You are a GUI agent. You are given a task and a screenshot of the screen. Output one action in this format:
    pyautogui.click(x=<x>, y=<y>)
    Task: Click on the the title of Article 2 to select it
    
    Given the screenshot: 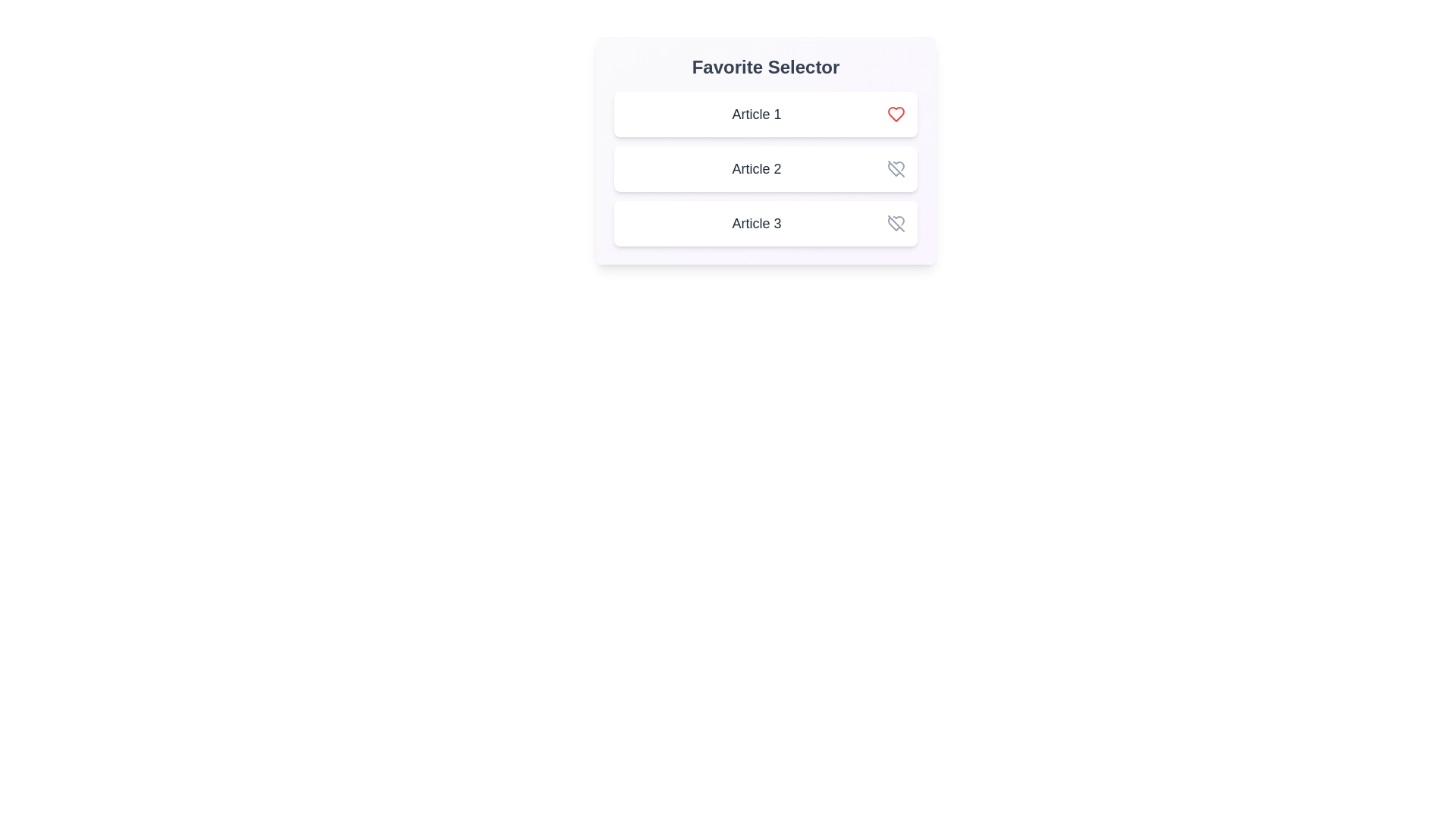 What is the action you would take?
    pyautogui.click(x=757, y=169)
    